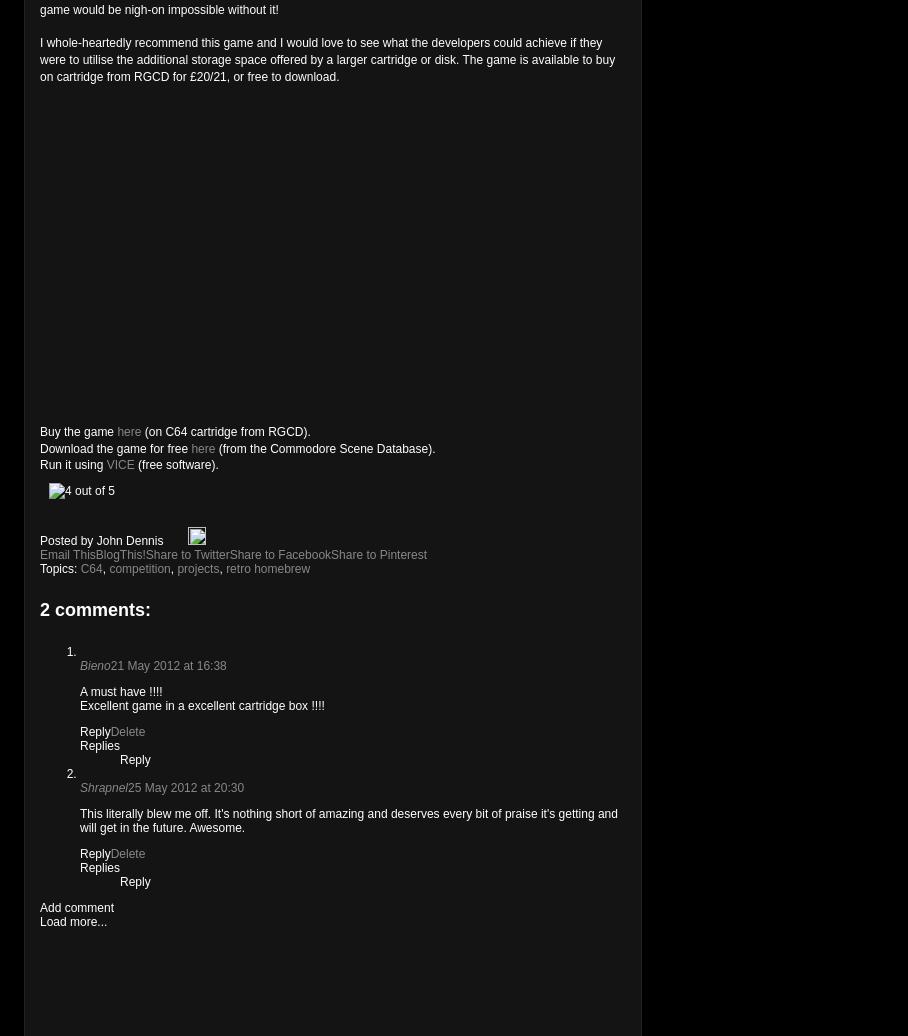 The image size is (908, 1036). What do you see at coordinates (166, 666) in the screenshot?
I see `'21 May 2012 at 16:38'` at bounding box center [166, 666].